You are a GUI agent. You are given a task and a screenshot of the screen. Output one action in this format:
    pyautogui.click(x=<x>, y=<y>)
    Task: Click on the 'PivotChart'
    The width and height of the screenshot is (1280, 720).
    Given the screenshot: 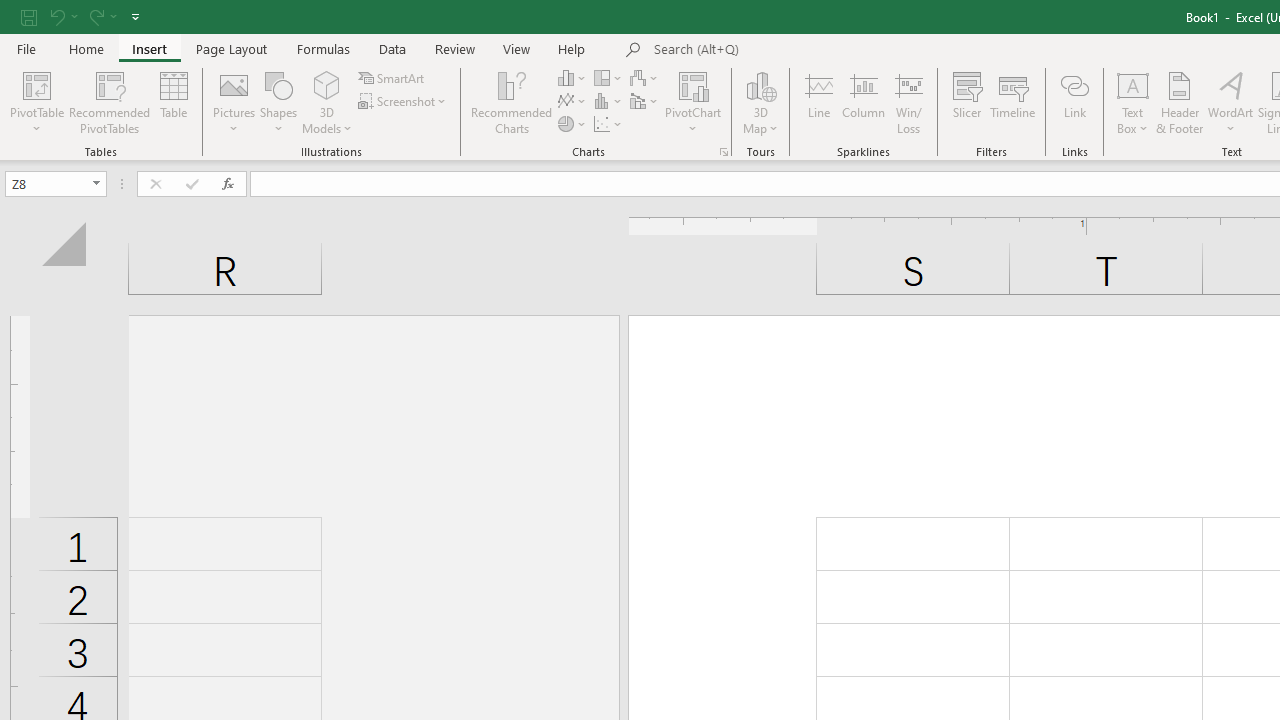 What is the action you would take?
    pyautogui.click(x=693, y=84)
    